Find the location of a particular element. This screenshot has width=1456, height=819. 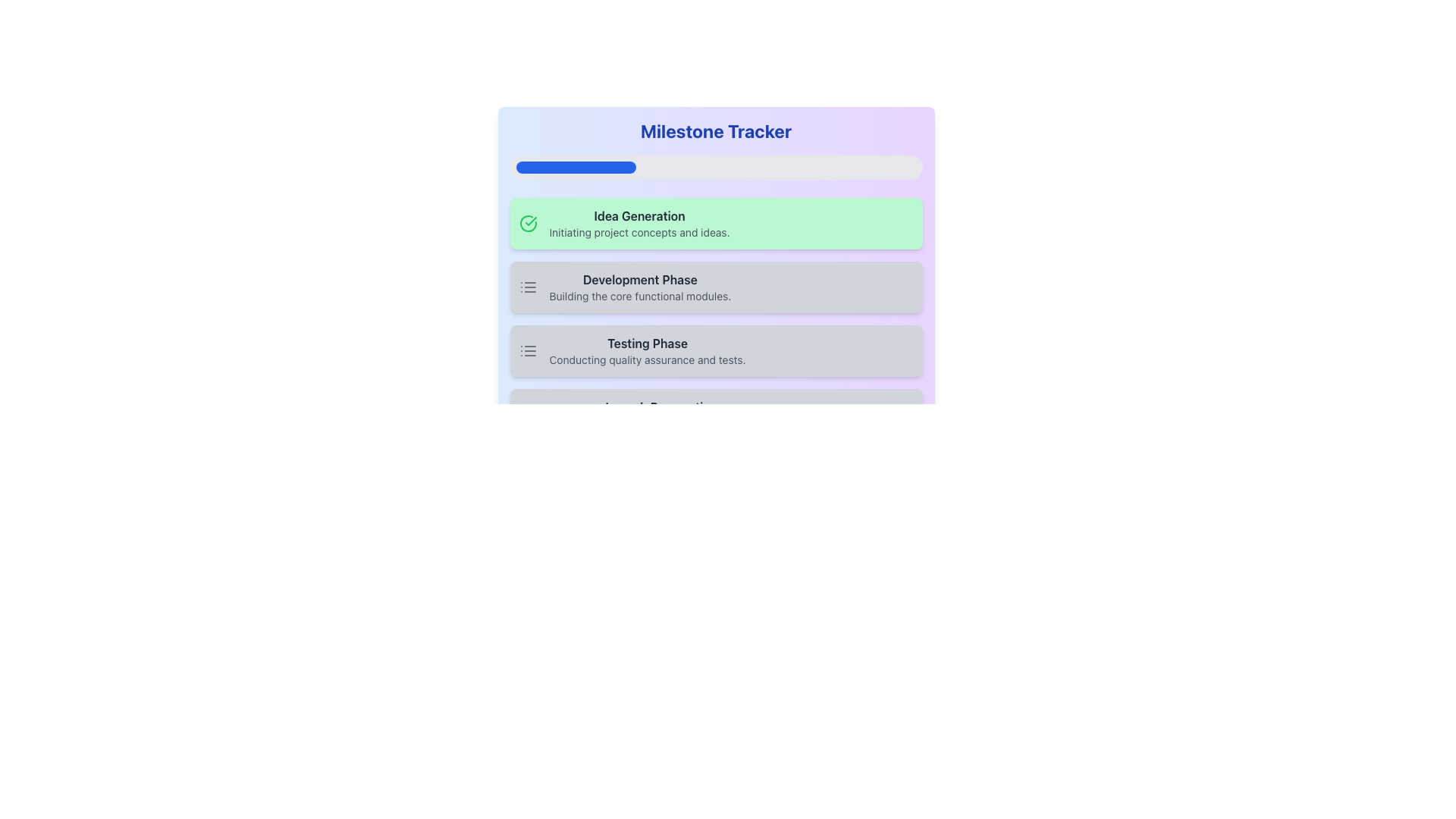

the progress bar is located at coordinates (897, 167).